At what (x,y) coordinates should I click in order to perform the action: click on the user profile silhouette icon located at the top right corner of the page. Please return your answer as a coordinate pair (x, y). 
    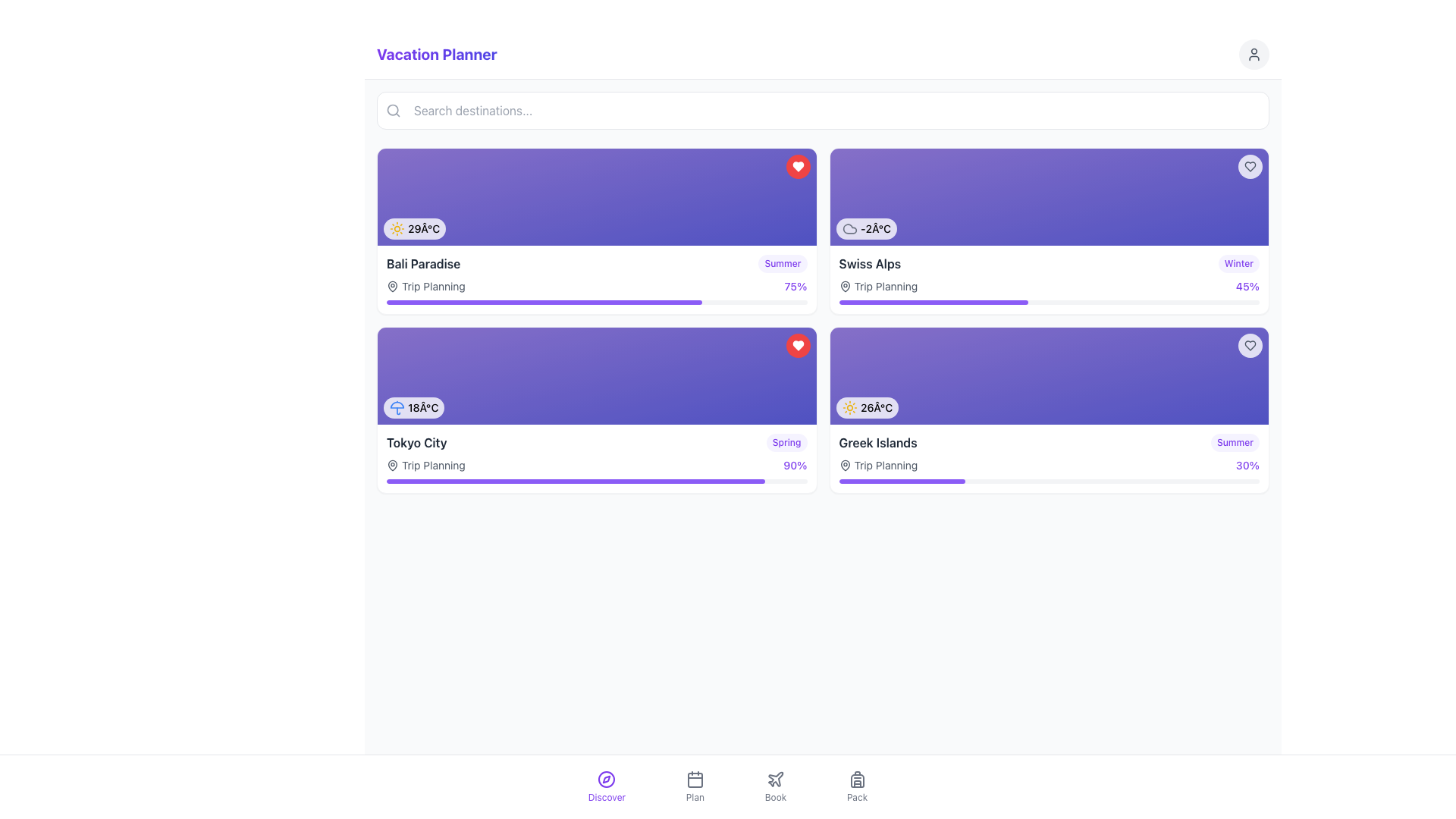
    Looking at the image, I should click on (1254, 54).